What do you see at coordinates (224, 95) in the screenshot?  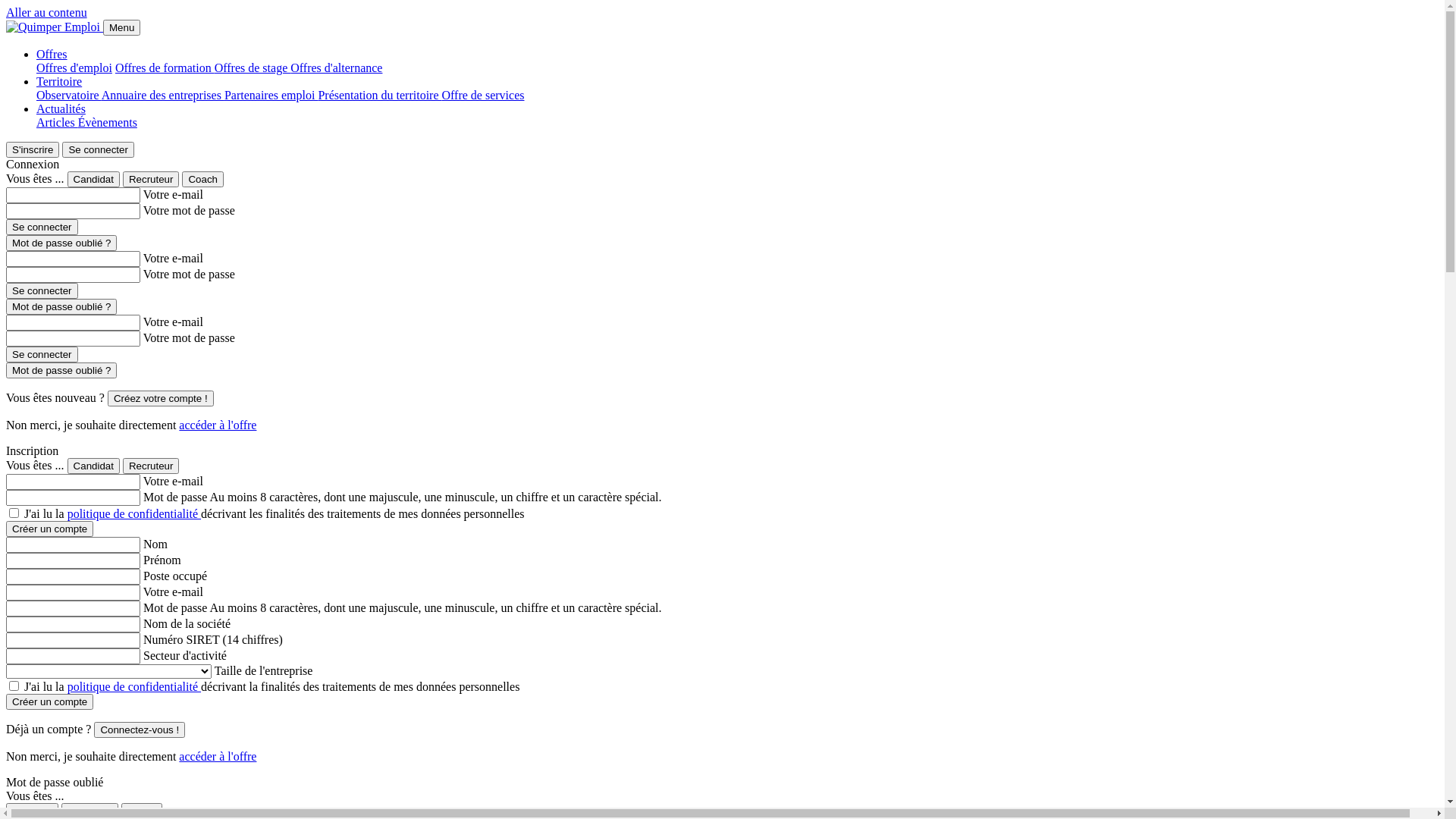 I see `'Partenaires emploi'` at bounding box center [224, 95].